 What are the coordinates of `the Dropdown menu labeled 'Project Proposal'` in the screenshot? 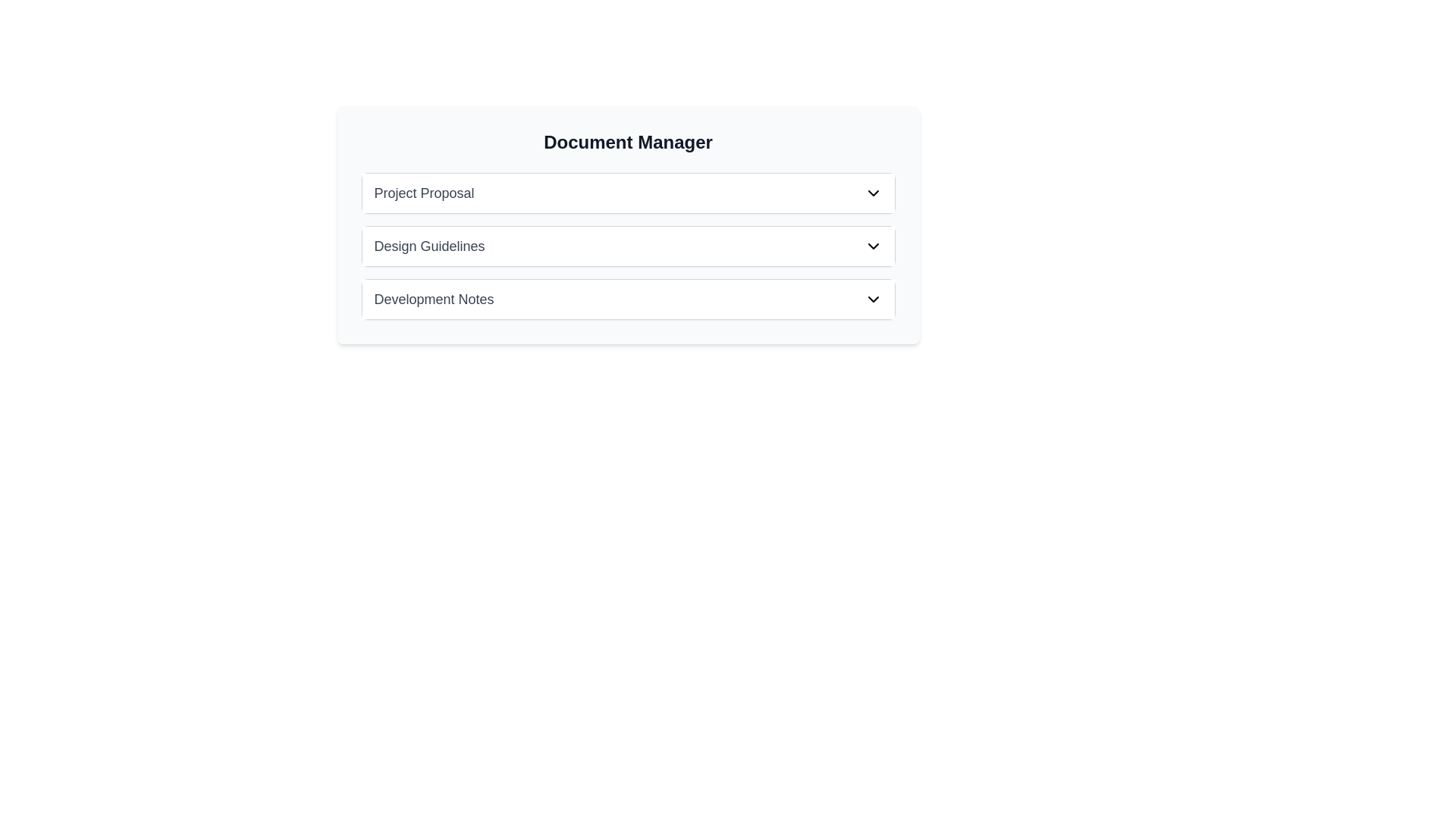 It's located at (628, 192).